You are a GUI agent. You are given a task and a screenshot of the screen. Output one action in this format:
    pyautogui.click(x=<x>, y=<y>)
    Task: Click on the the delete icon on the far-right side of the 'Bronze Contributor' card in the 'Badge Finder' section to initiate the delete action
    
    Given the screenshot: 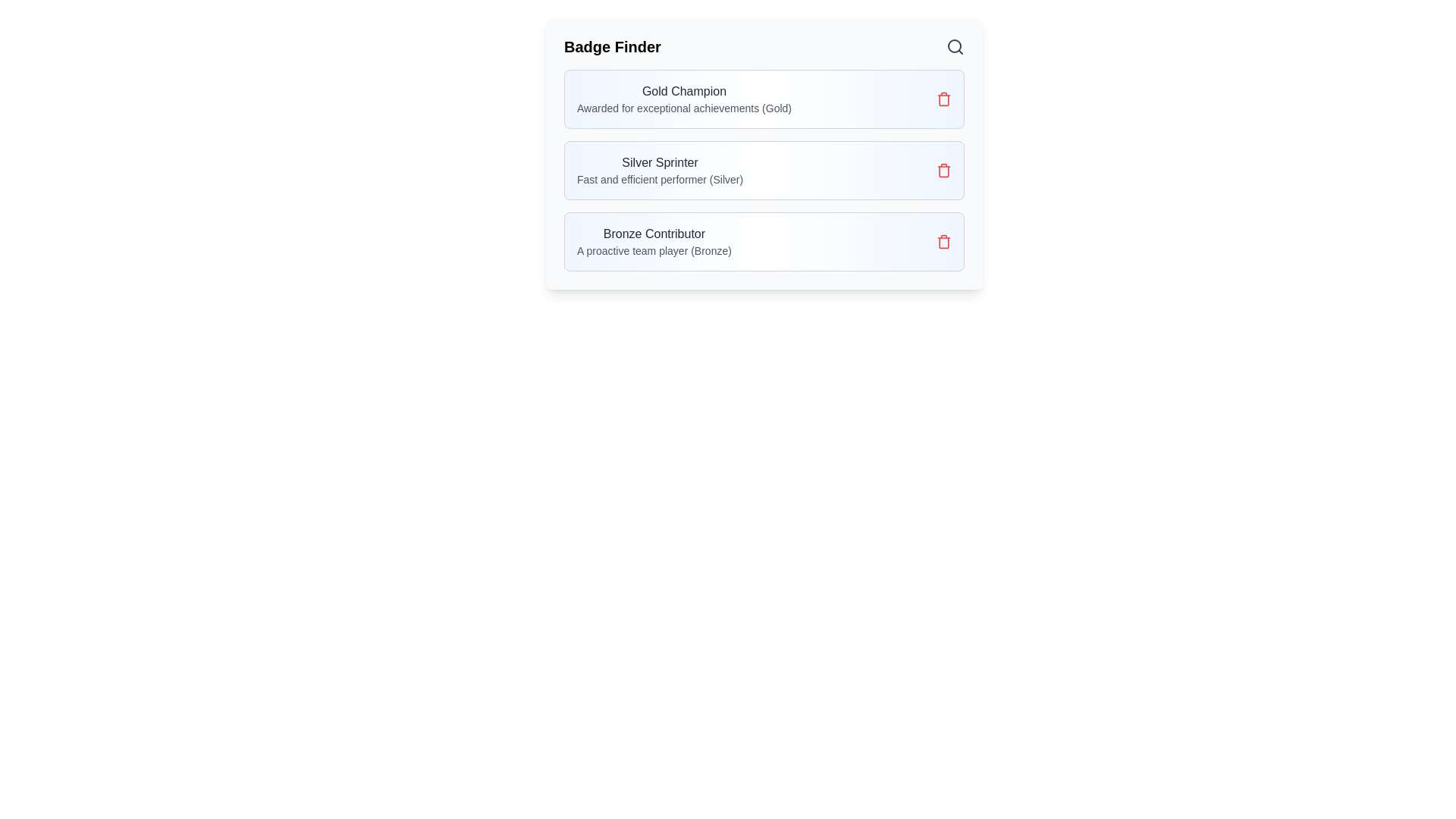 What is the action you would take?
    pyautogui.click(x=943, y=241)
    